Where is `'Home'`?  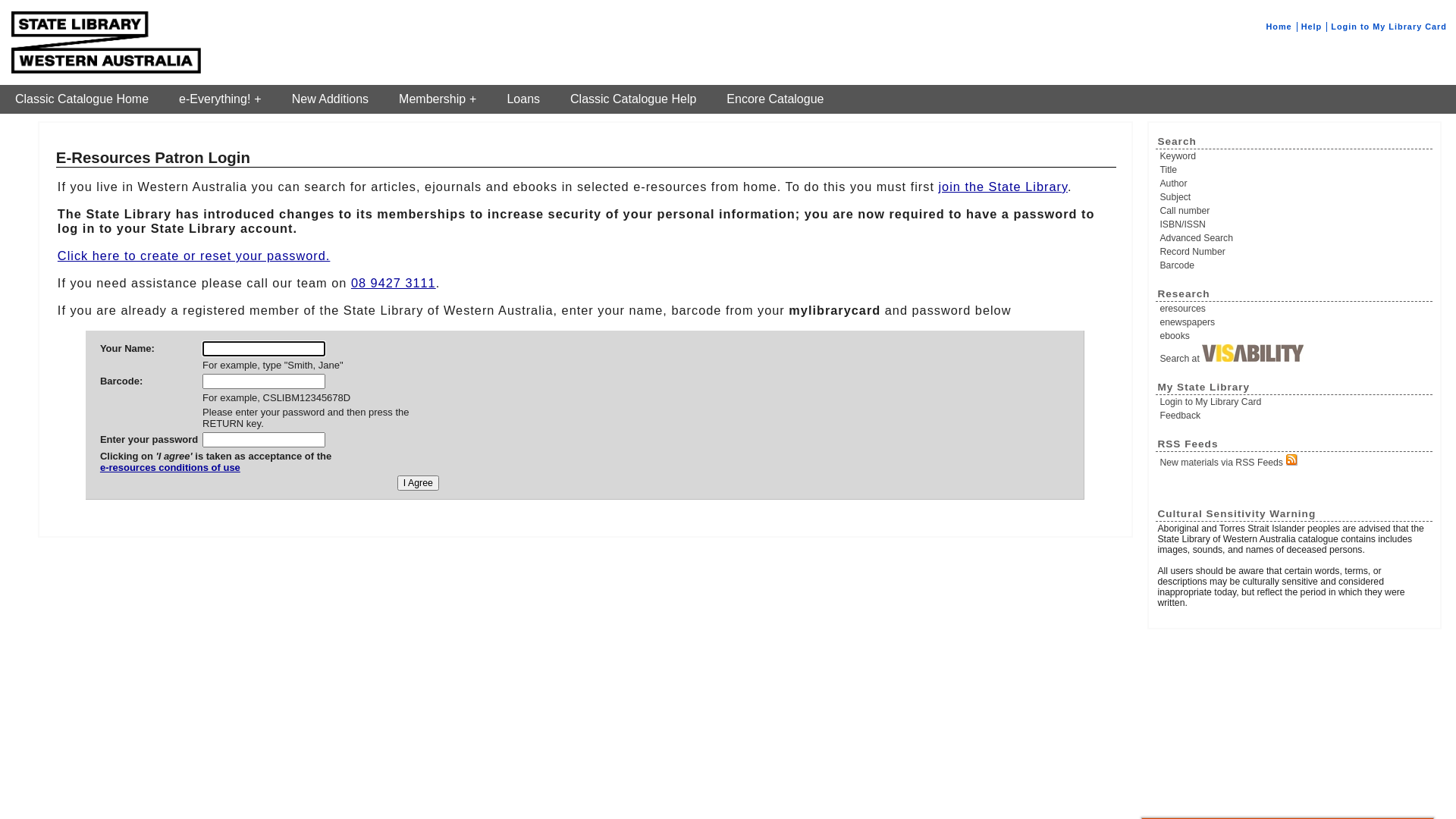
'Home' is located at coordinates (1266, 26).